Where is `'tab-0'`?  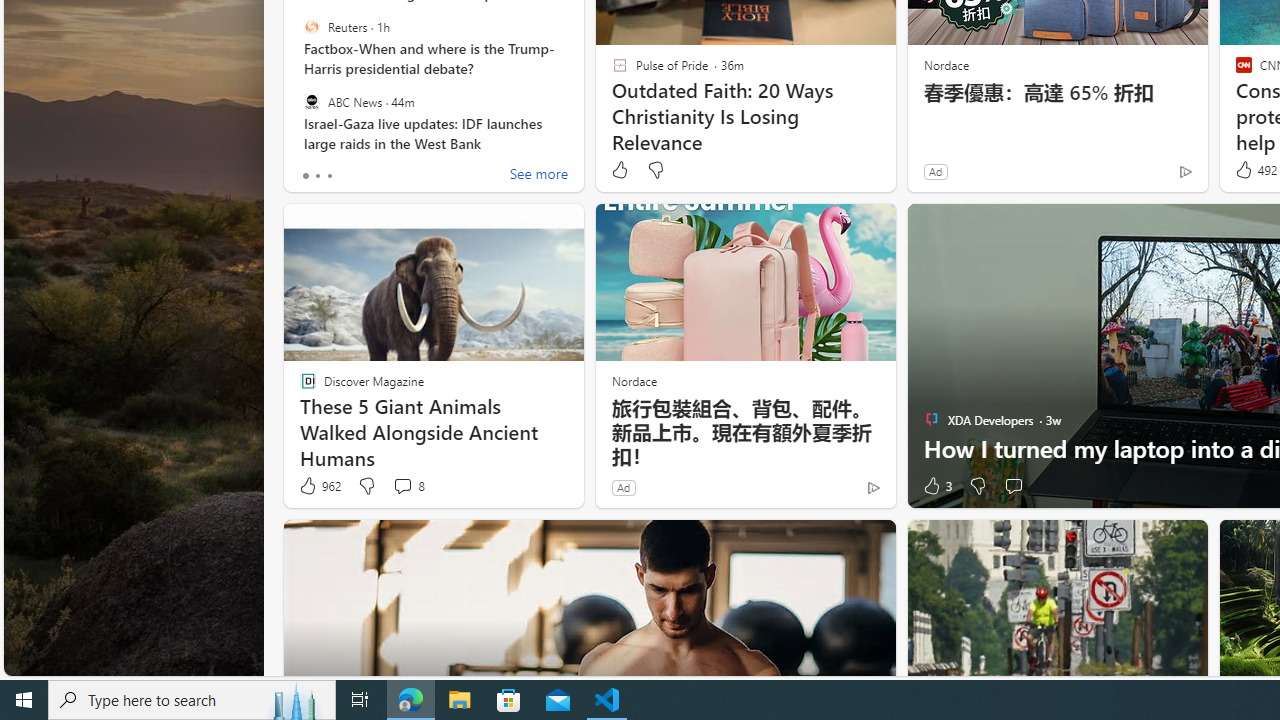 'tab-0' is located at coordinates (304, 175).